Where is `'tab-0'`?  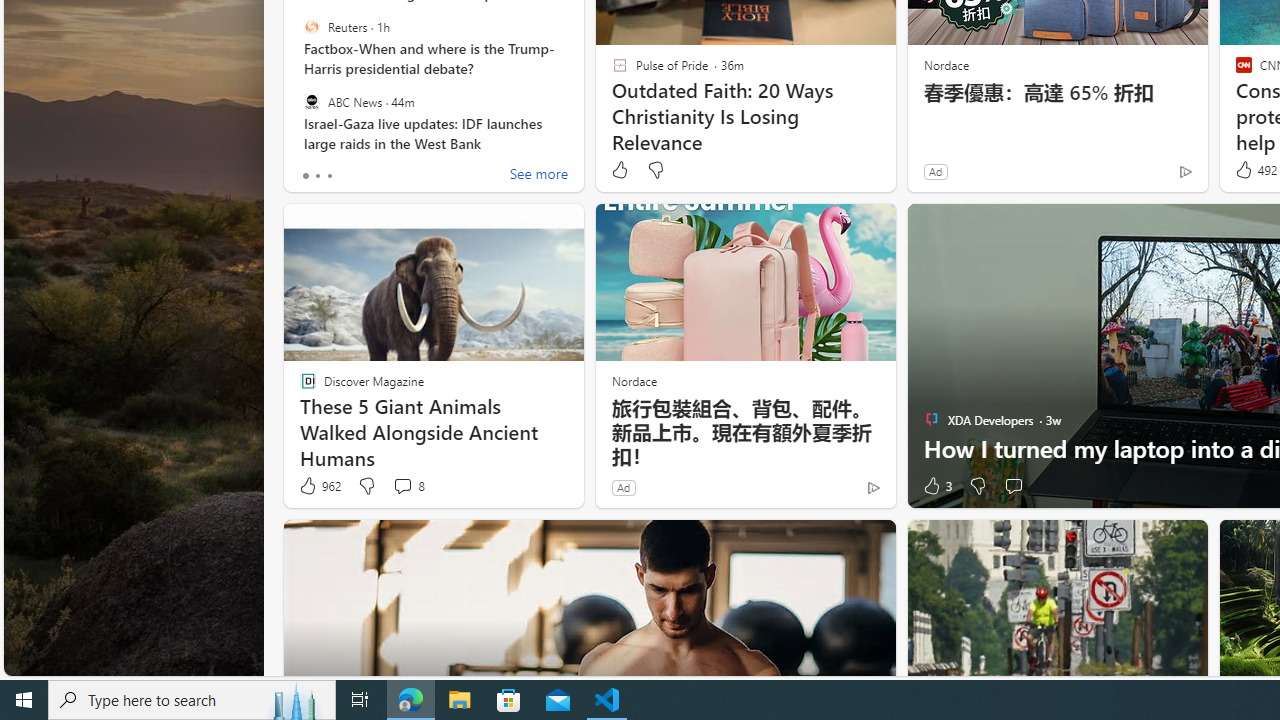 'tab-0' is located at coordinates (304, 175).